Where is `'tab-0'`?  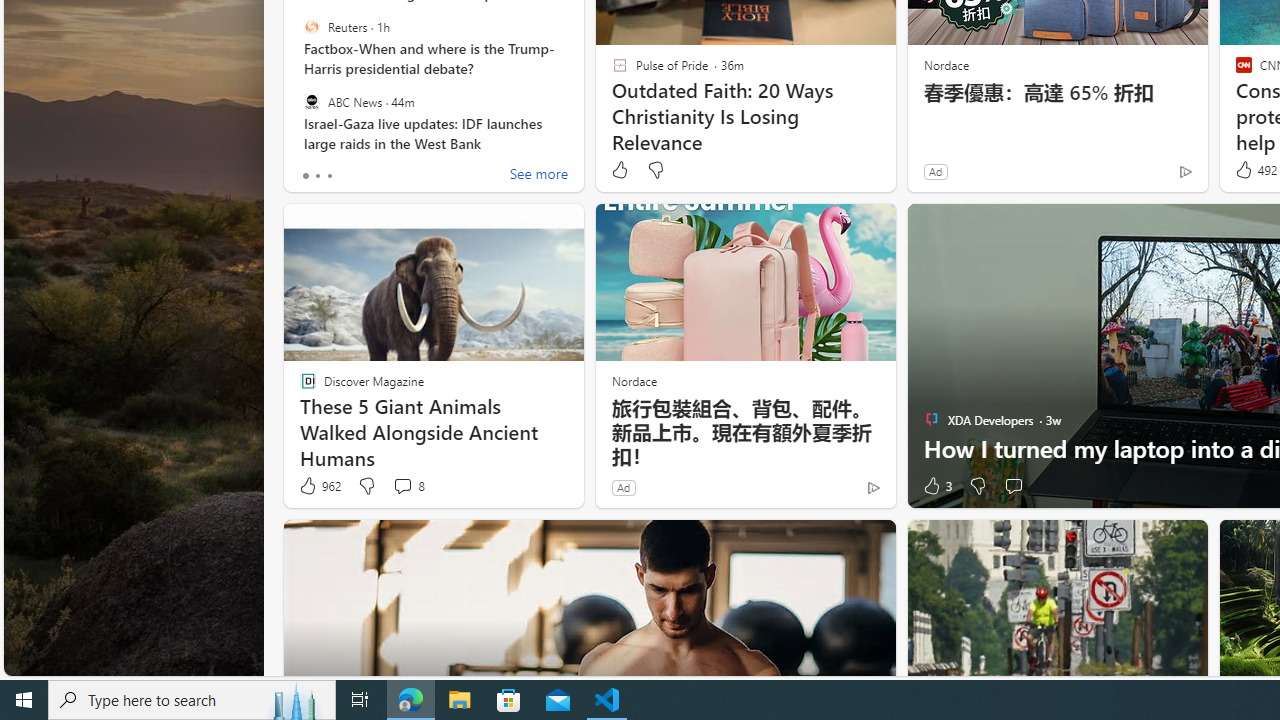 'tab-0' is located at coordinates (304, 175).